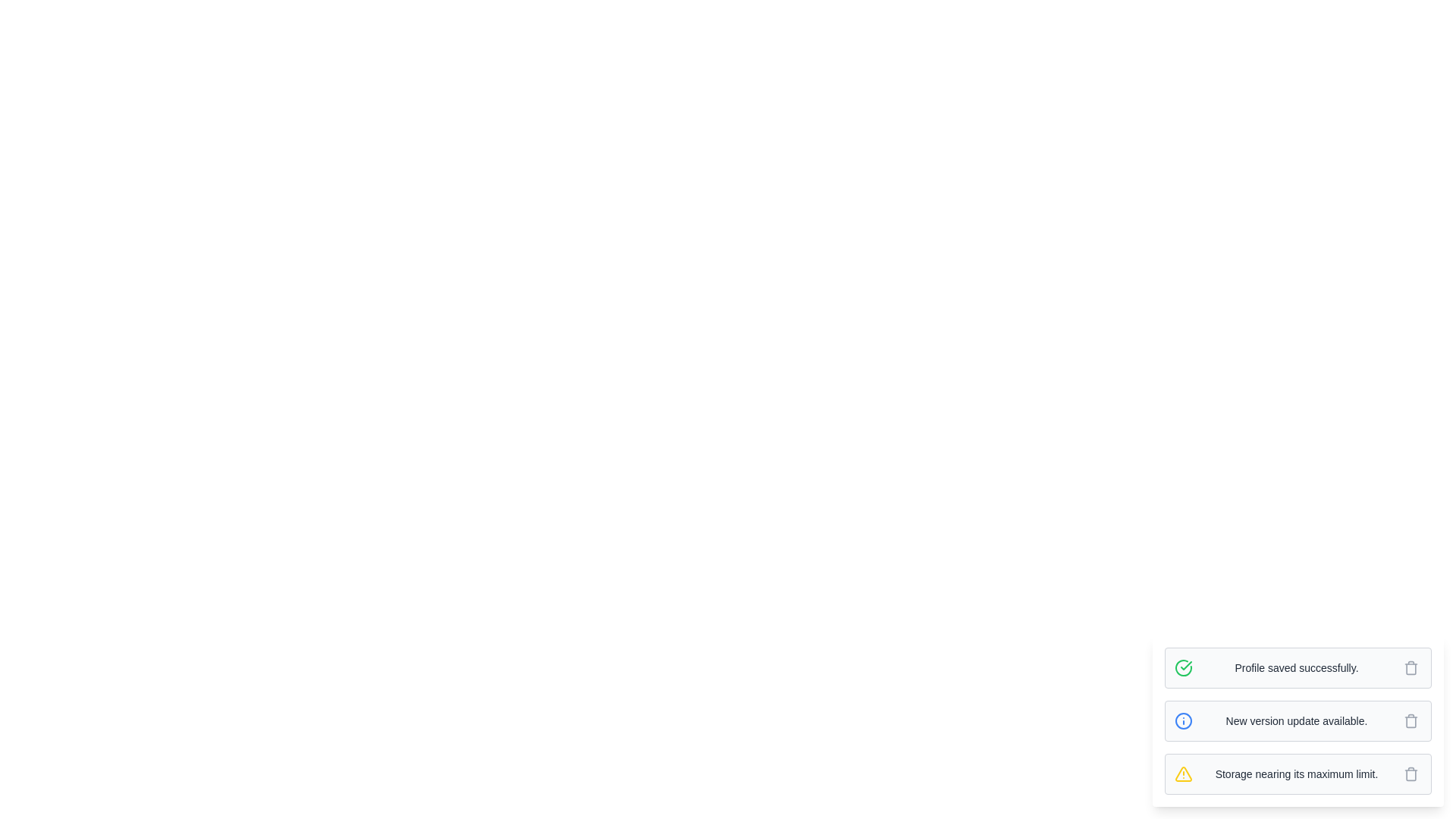 The height and width of the screenshot is (819, 1456). Describe the element at coordinates (1295, 667) in the screenshot. I see `the message text to read its details` at that location.